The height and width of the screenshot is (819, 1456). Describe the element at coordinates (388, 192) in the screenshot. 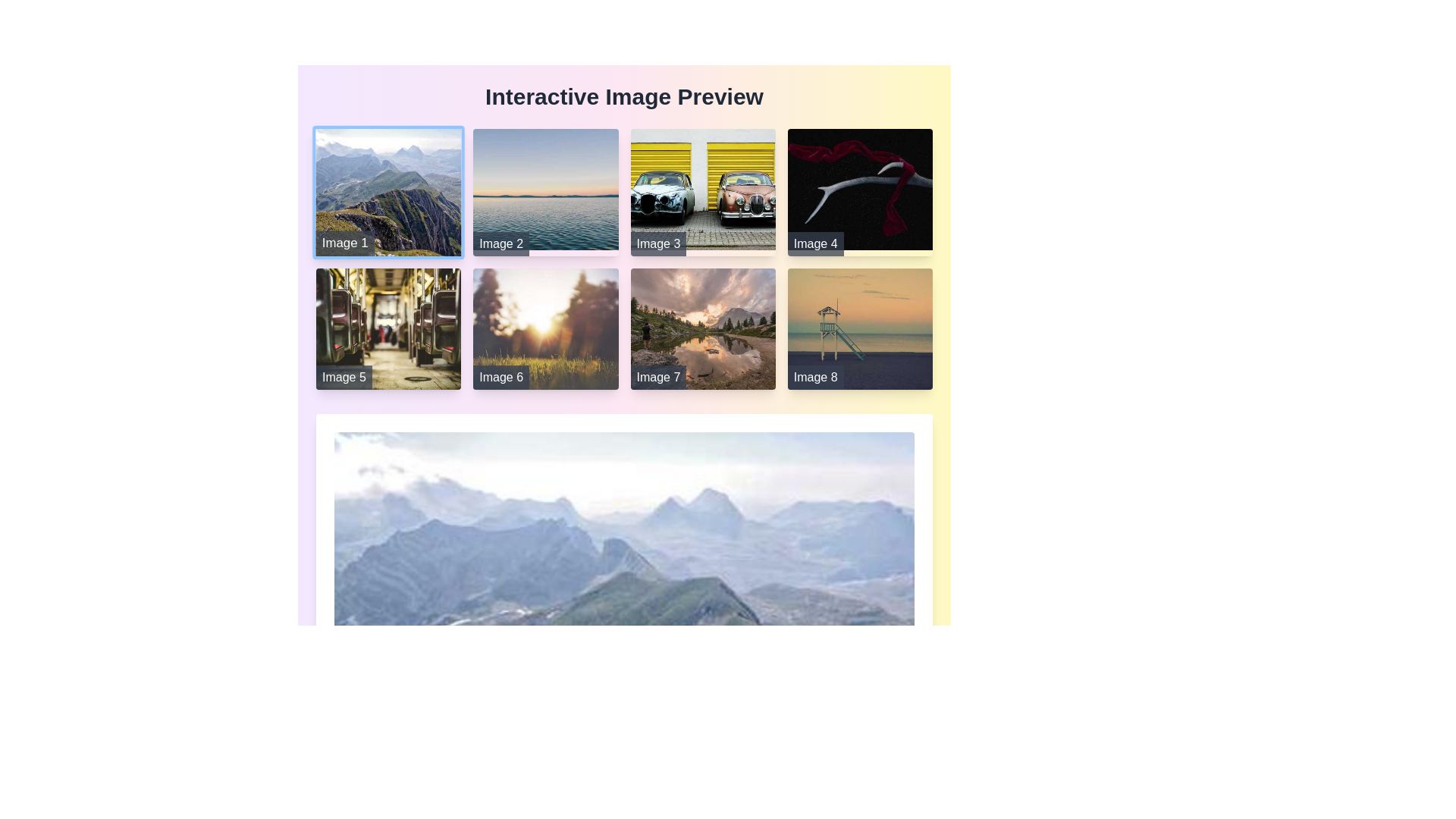

I see `the static image displaying 'Image 1' located in the first row and first column of the grid layout` at that location.